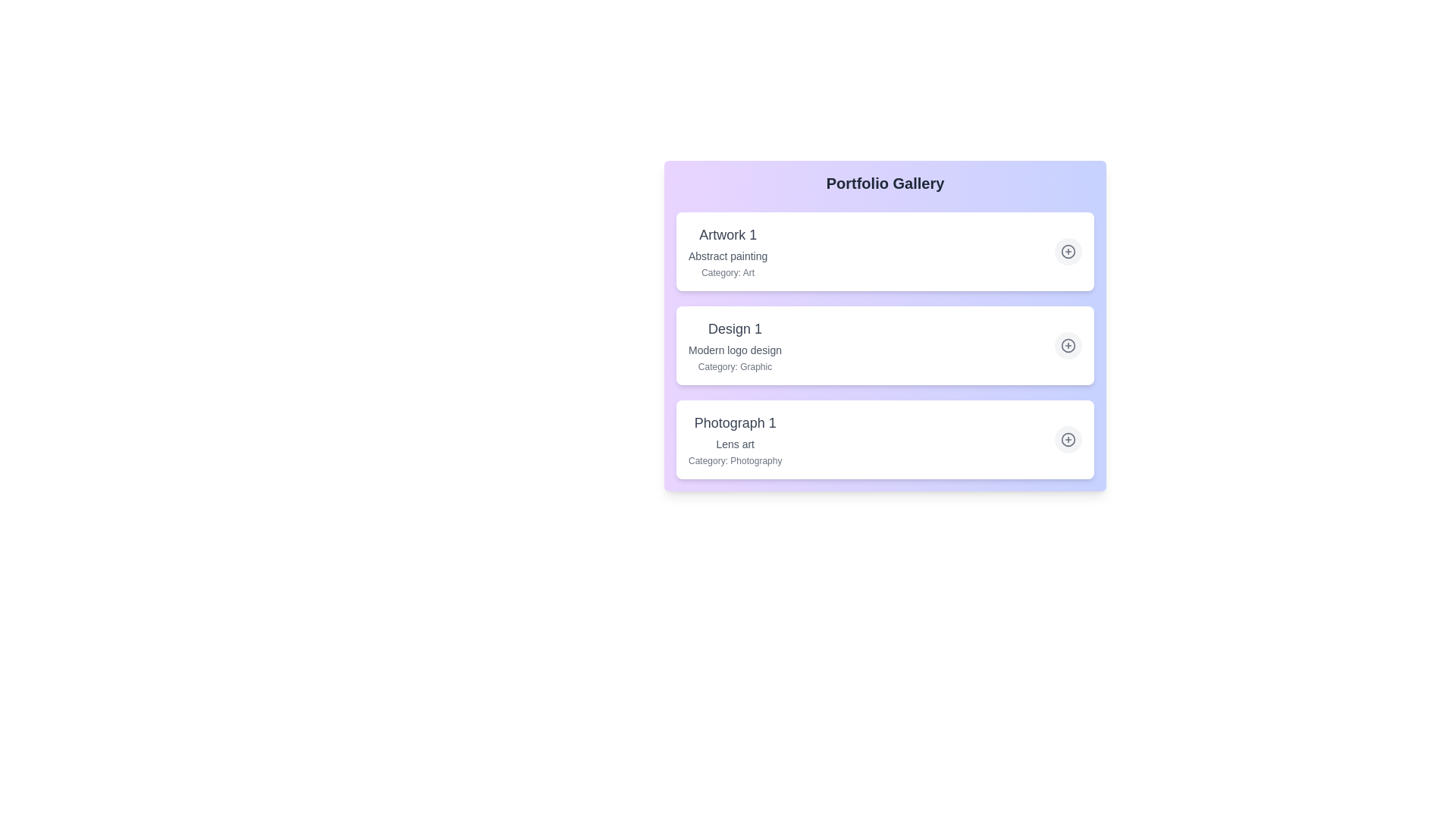  Describe the element at coordinates (728, 271) in the screenshot. I see `the text of the category 'Art' for copying` at that location.